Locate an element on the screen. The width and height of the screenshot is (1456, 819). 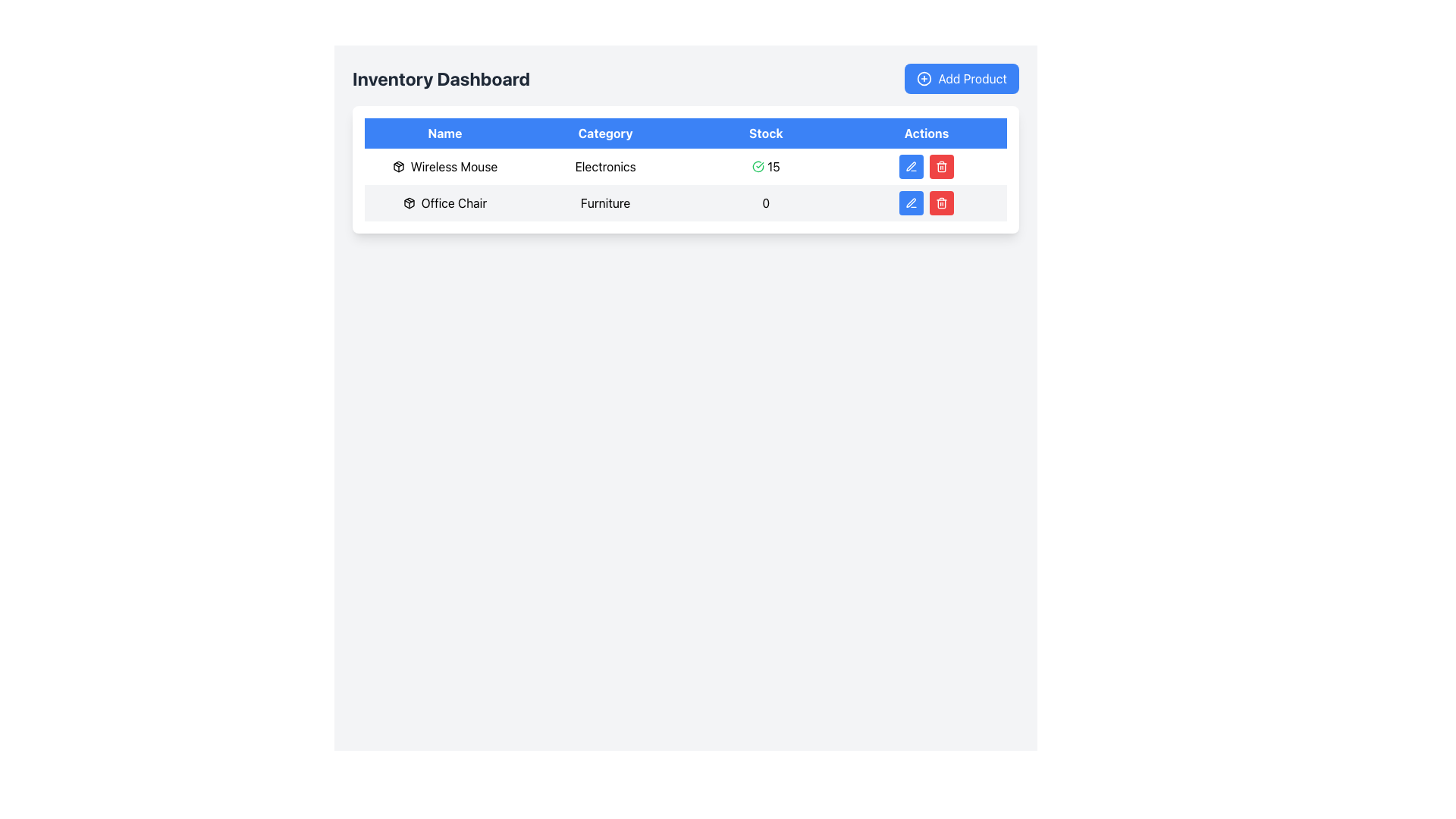
the red delete button with a trash bin icon located in the 'Actions' column of the second row of the table is located at coordinates (941, 166).